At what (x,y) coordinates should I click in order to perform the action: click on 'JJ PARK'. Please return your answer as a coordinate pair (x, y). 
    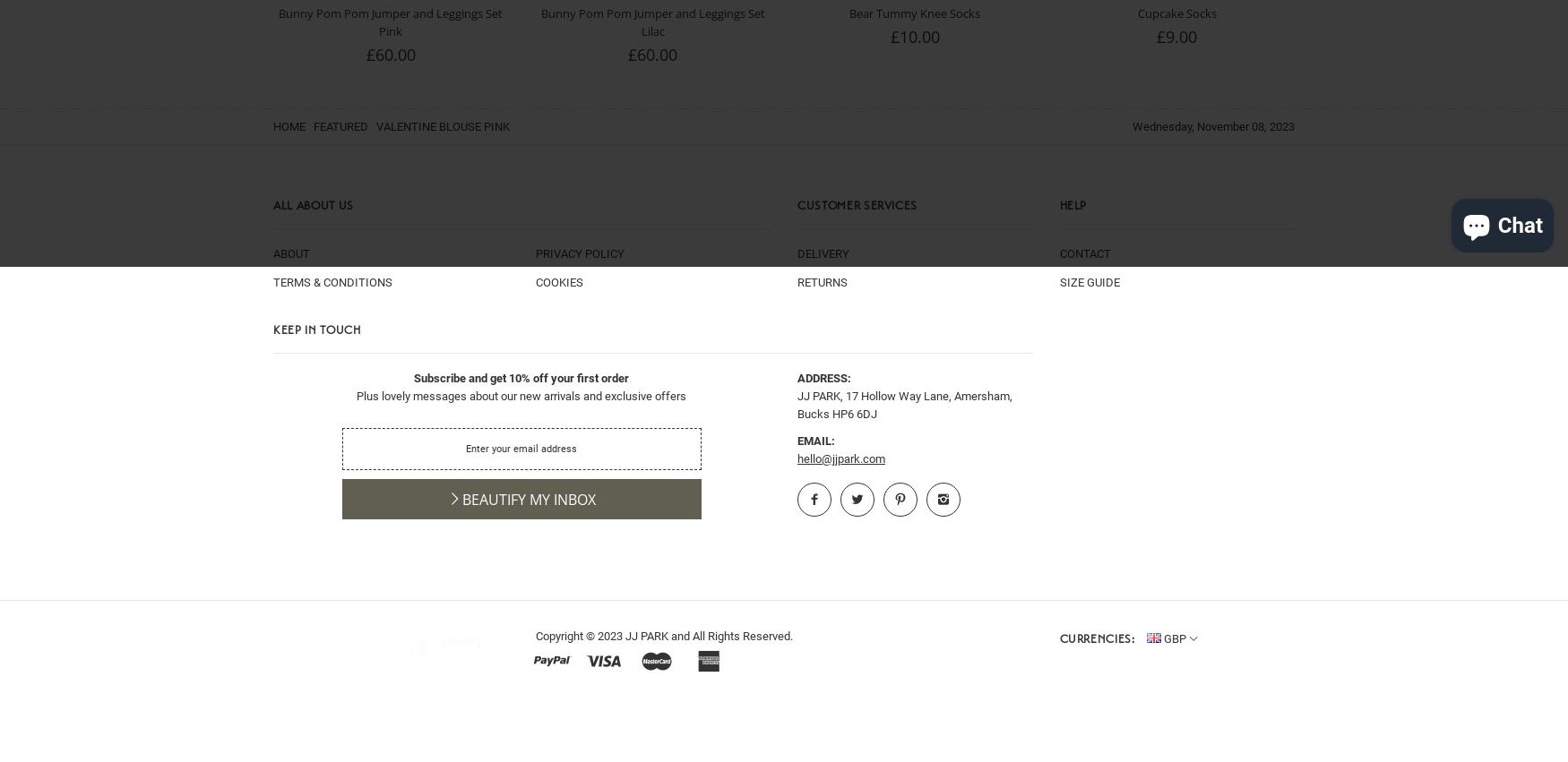
    Looking at the image, I should click on (646, 635).